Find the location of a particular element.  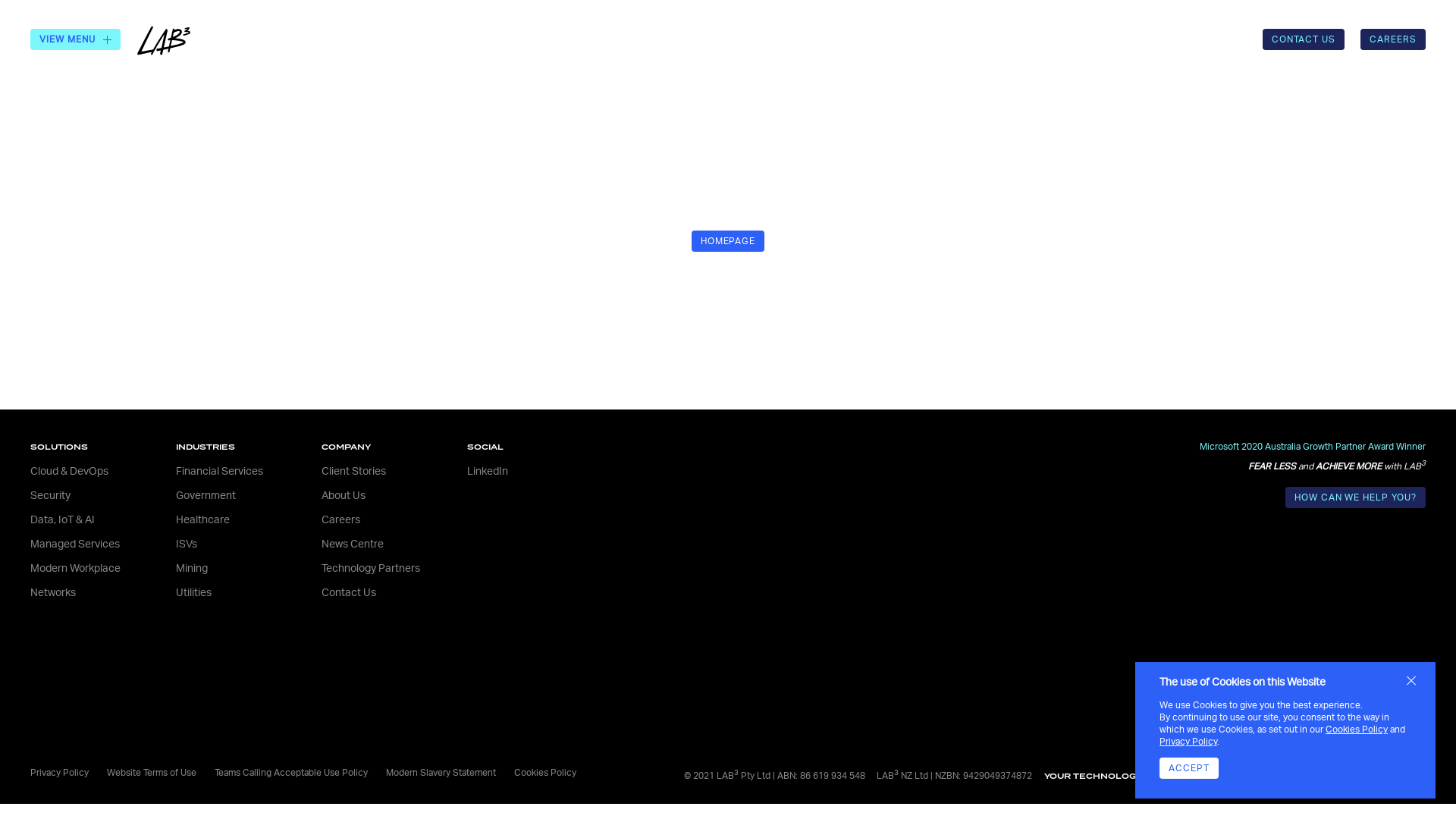

'Careers' is located at coordinates (340, 519).